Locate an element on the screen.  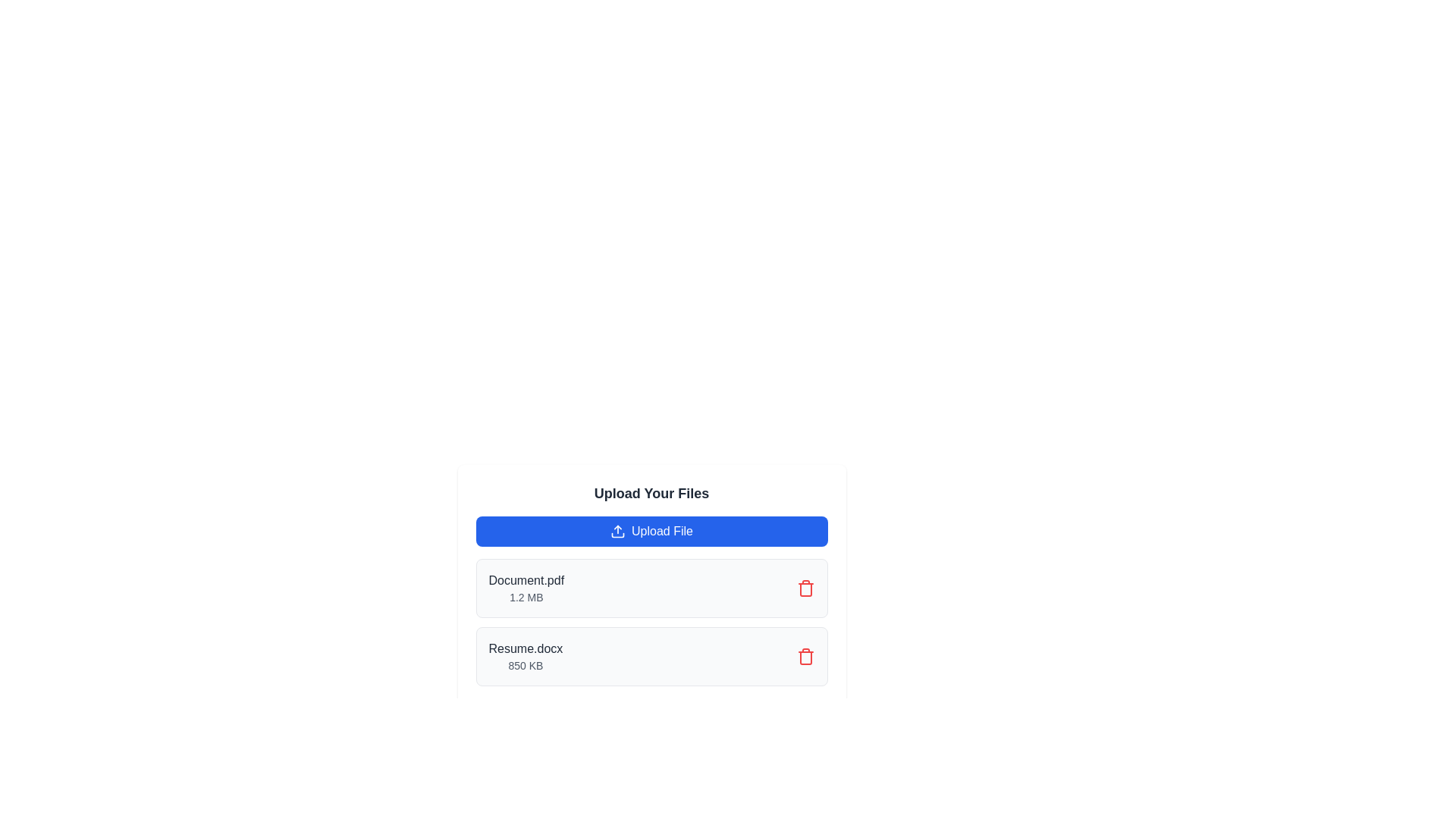
the static text element displaying 'Resume.docx', which is styled in medium-sized bold dark gray font and is positioned above '850 KB' in the vertical file list is located at coordinates (526, 648).